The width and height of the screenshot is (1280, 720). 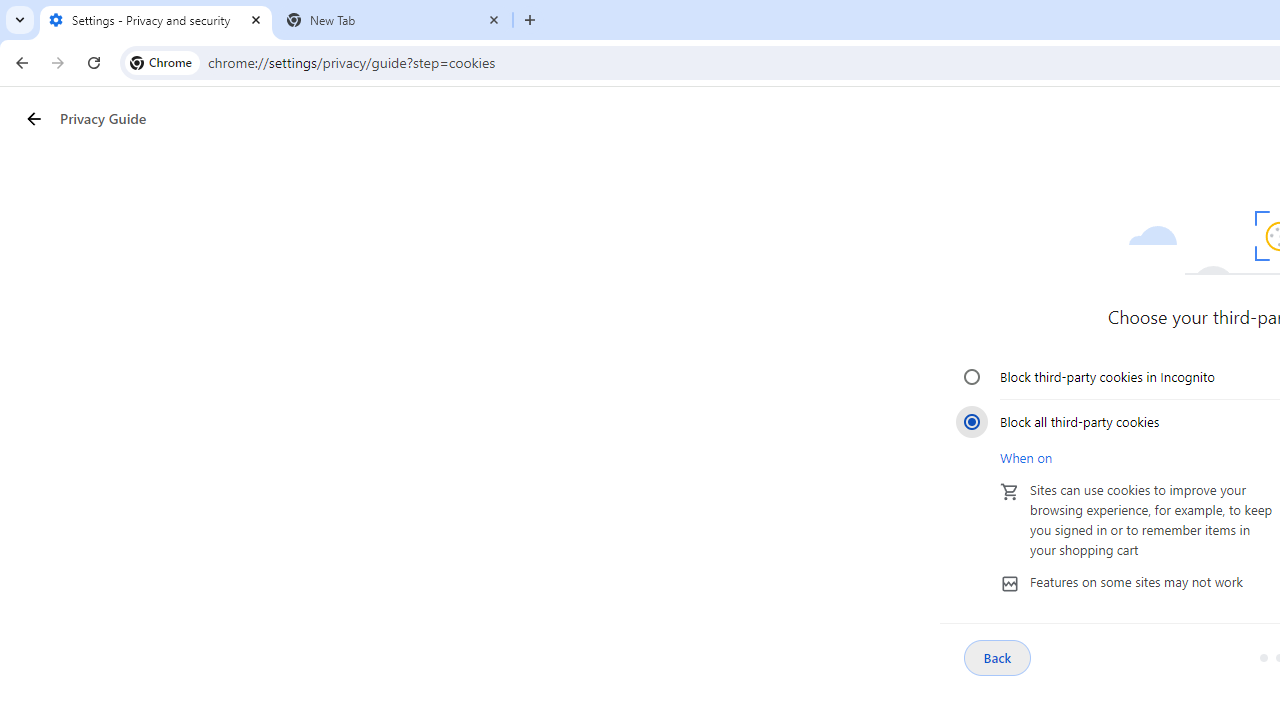 What do you see at coordinates (155, 20) in the screenshot?
I see `'Settings - Privacy and security'` at bounding box center [155, 20].